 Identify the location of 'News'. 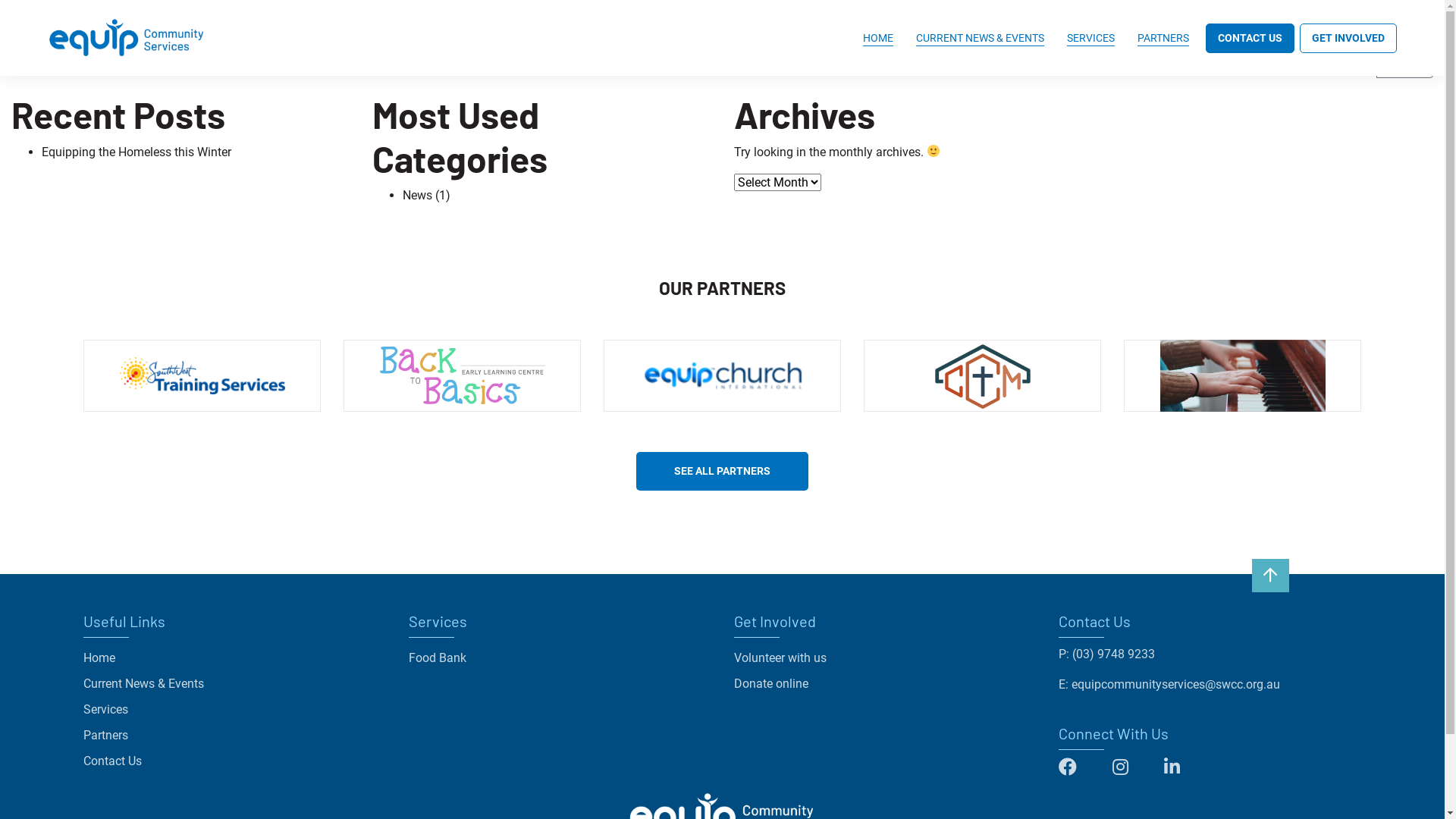
(403, 195).